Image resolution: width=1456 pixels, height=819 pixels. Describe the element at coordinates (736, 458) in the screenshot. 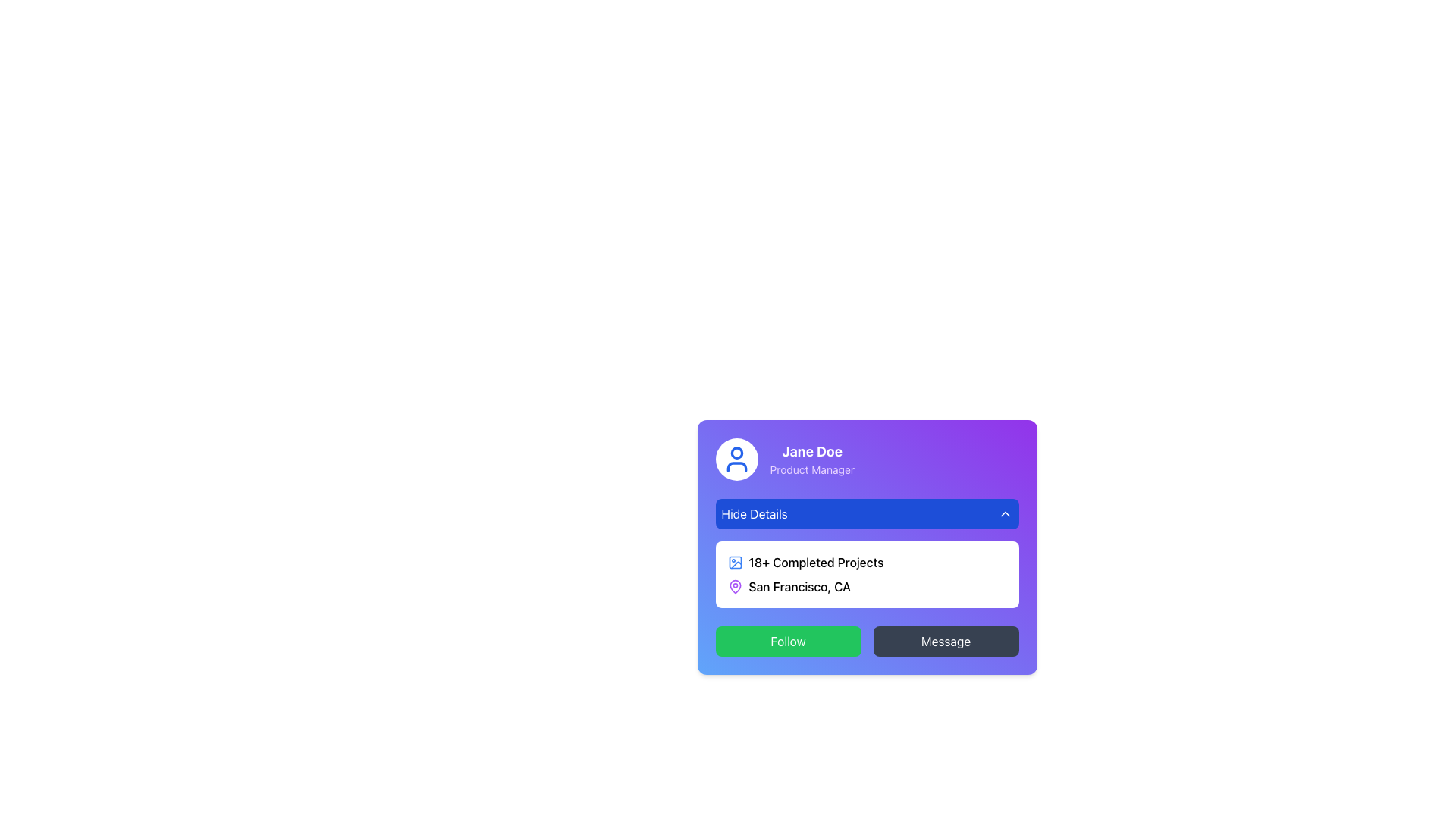

I see `the user profile icon, which is a white circular area with a blue user silhouette, located at the top-left of its containing box with a gradient purple background` at that location.